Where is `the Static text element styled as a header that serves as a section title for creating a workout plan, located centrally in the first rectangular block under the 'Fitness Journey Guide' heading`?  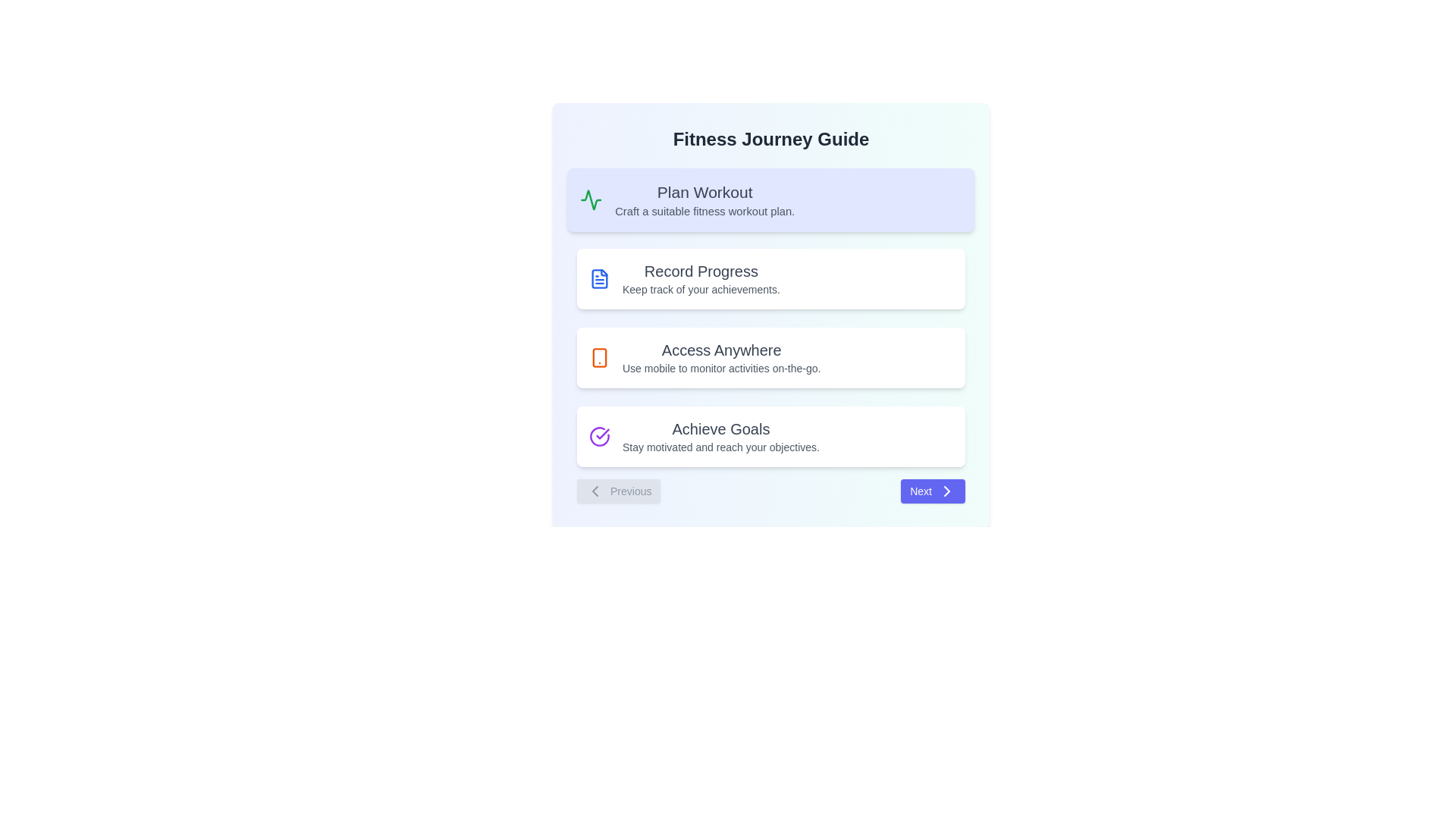 the Static text element styled as a header that serves as a section title for creating a workout plan, located centrally in the first rectangular block under the 'Fitness Journey Guide' heading is located at coordinates (704, 191).